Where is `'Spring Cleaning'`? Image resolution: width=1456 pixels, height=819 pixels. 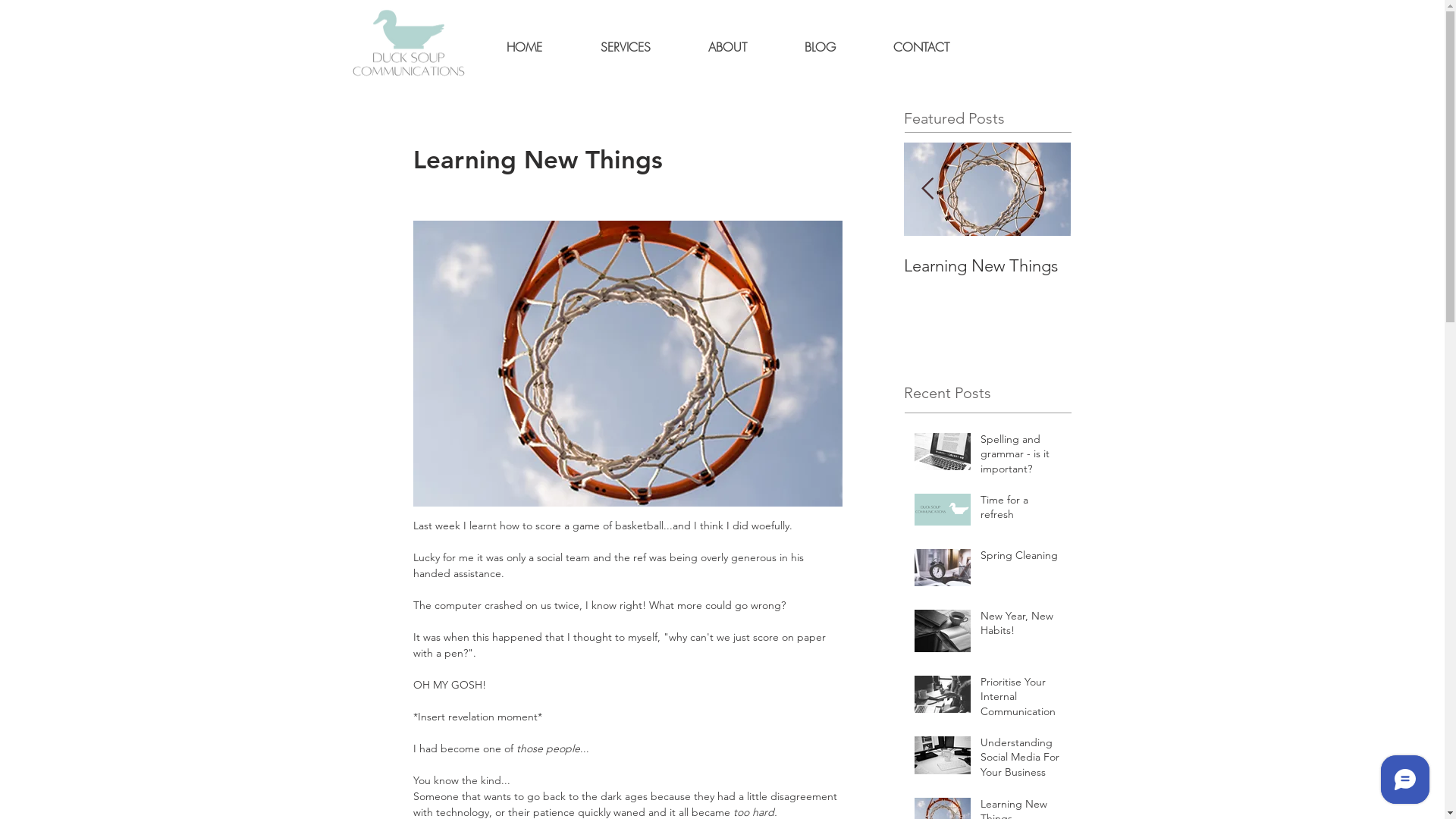
'Spring Cleaning' is located at coordinates (236, 265).